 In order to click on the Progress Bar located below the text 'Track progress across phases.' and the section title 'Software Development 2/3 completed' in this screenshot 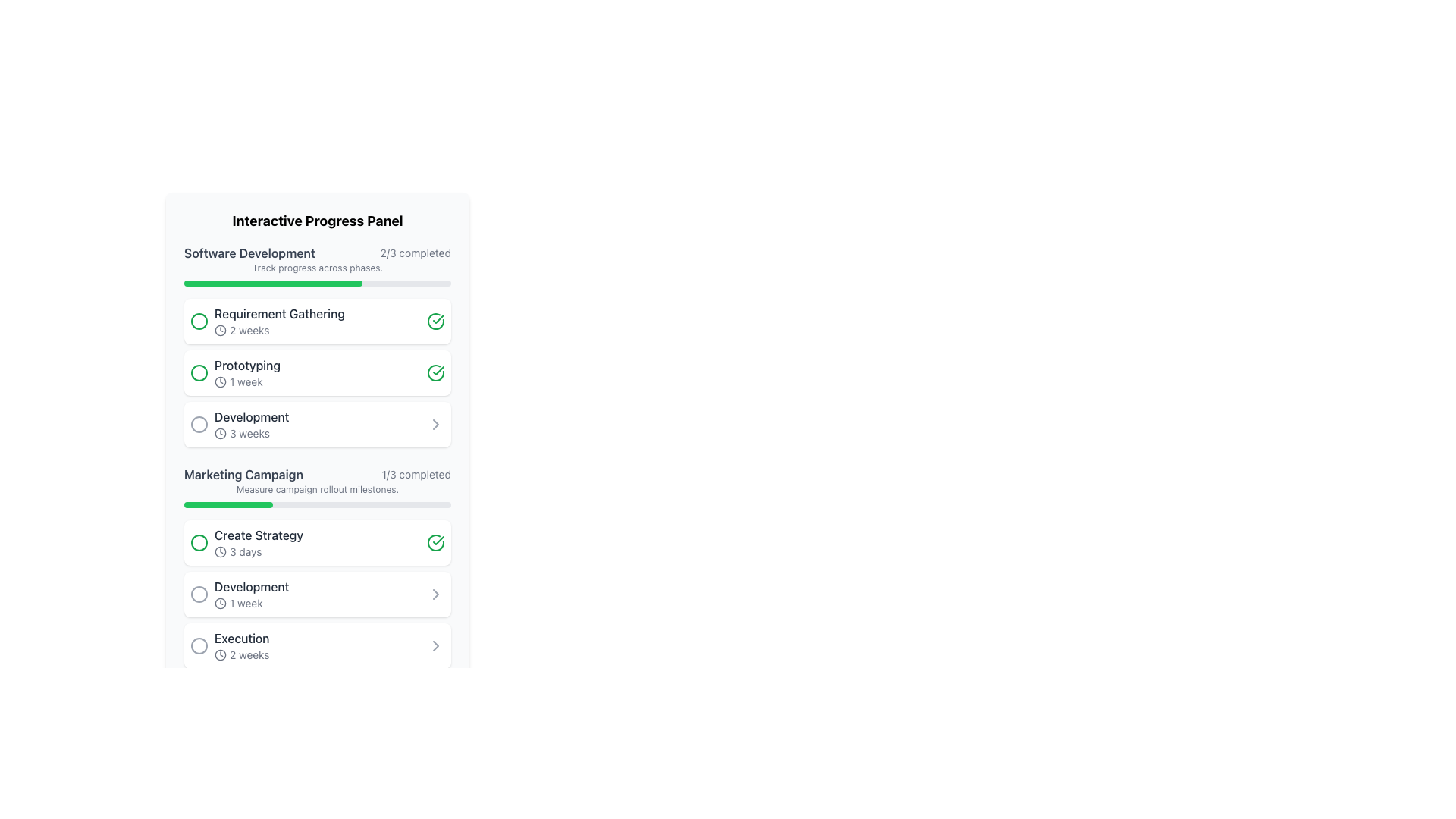, I will do `click(316, 284)`.